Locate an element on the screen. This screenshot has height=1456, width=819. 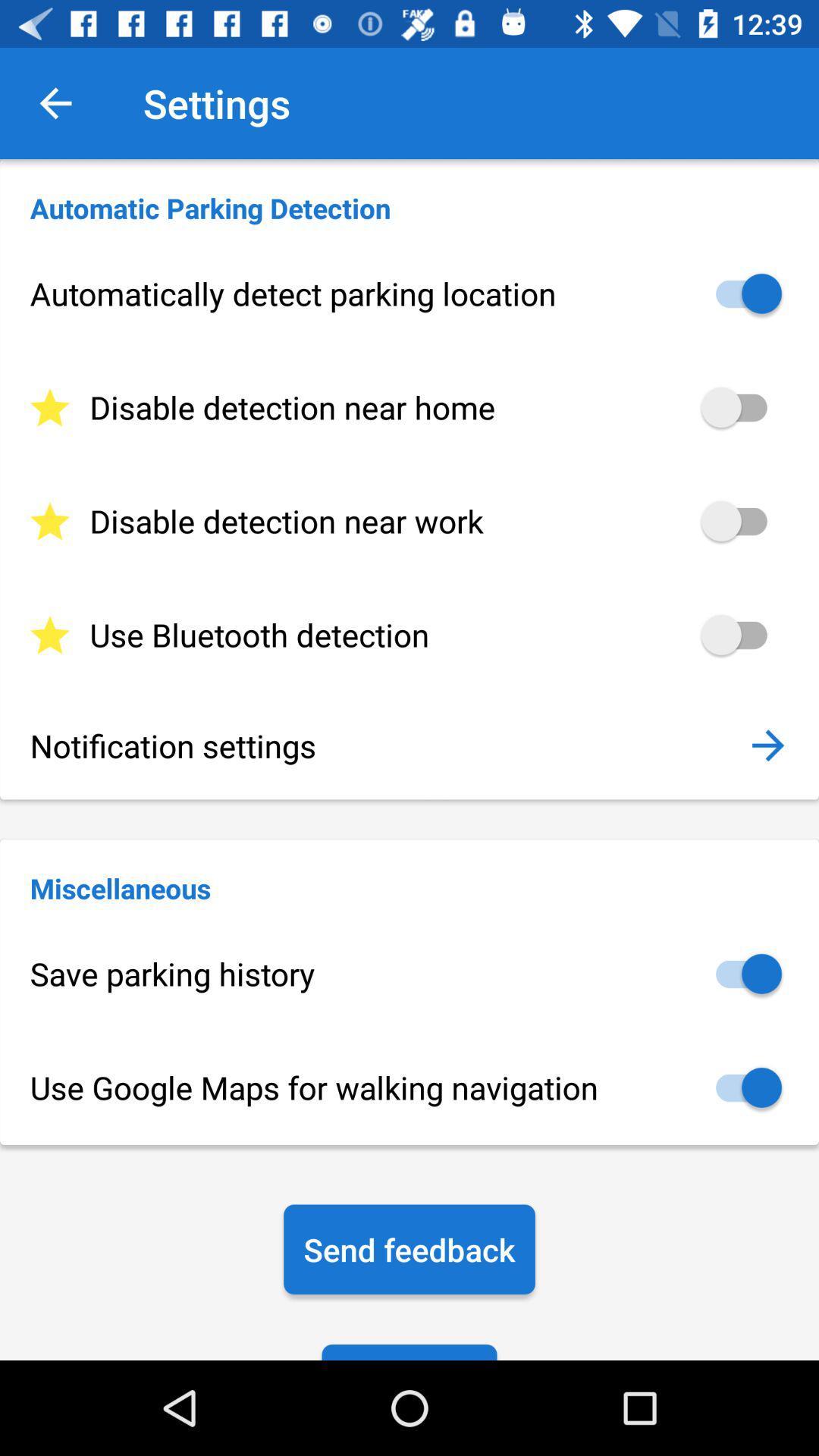
item below miscellaneous item is located at coordinates (409, 974).